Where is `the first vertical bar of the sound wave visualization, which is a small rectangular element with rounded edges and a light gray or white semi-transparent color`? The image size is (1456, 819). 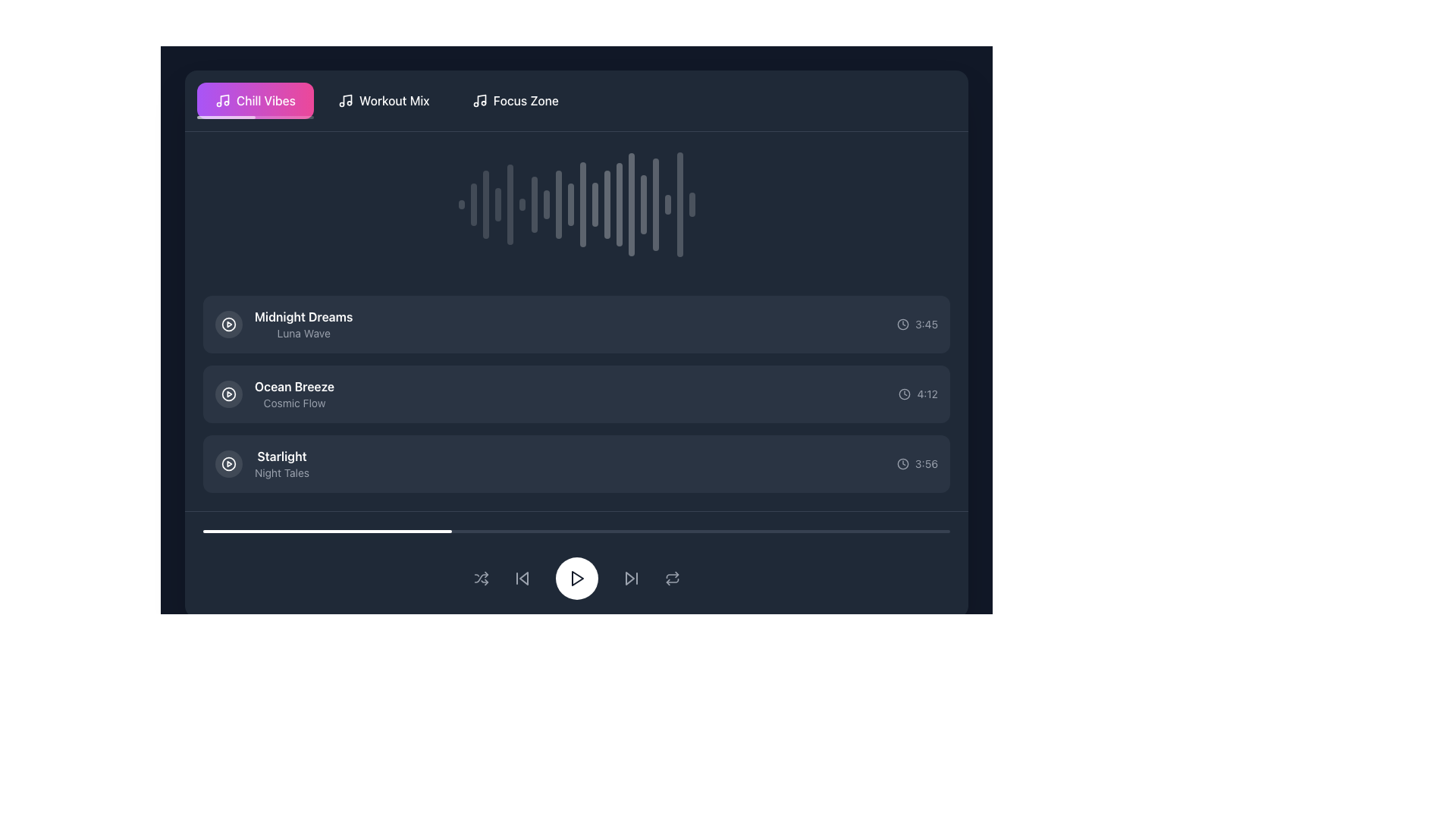
the first vertical bar of the sound wave visualization, which is a small rectangular element with rounded edges and a light gray or white semi-transparent color is located at coordinates (460, 205).